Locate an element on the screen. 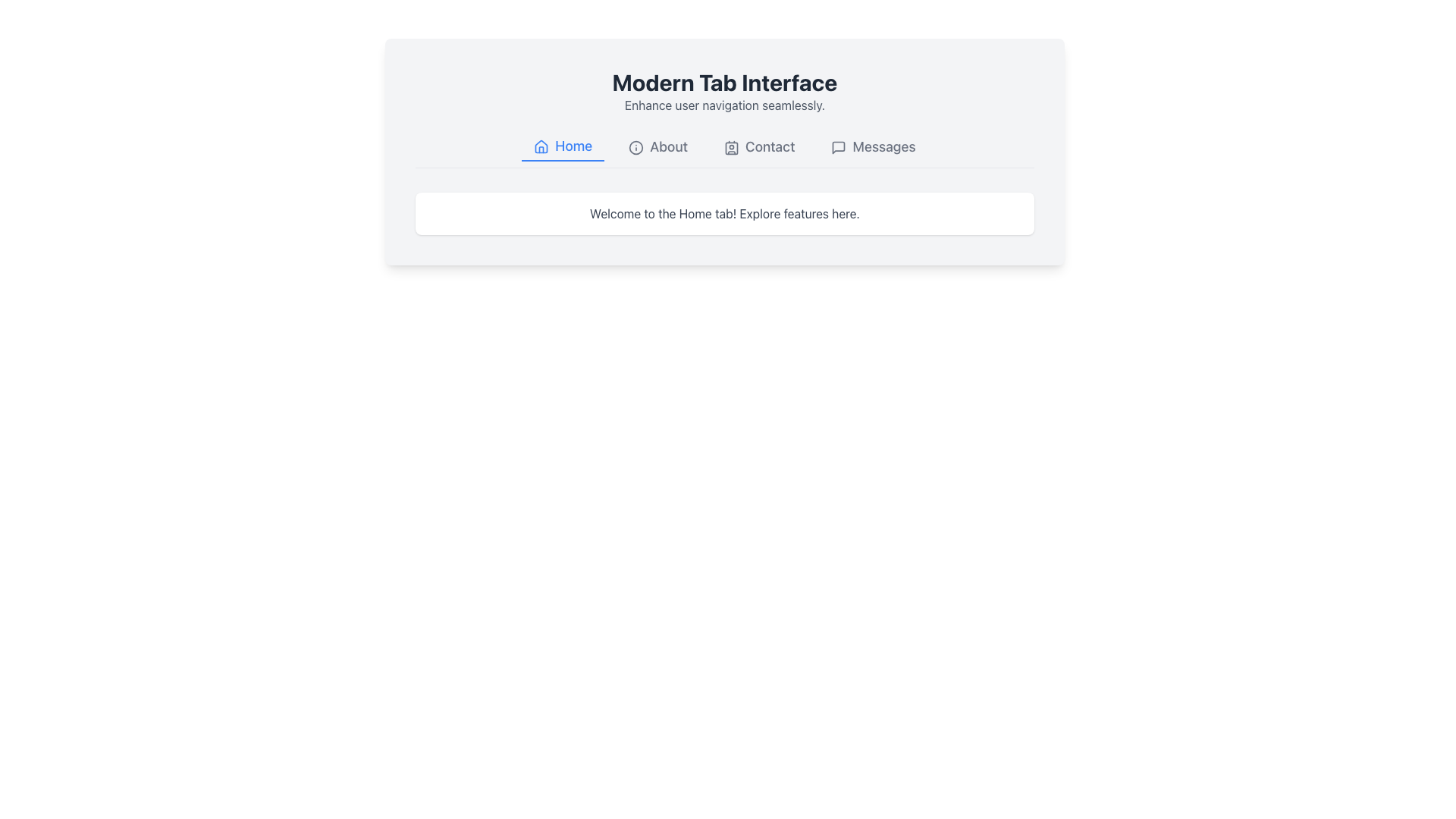  the information icon represented as a gray circle with an 'i' in the center, located to the left of the 'About' label in the navigation bar is located at coordinates (636, 148).